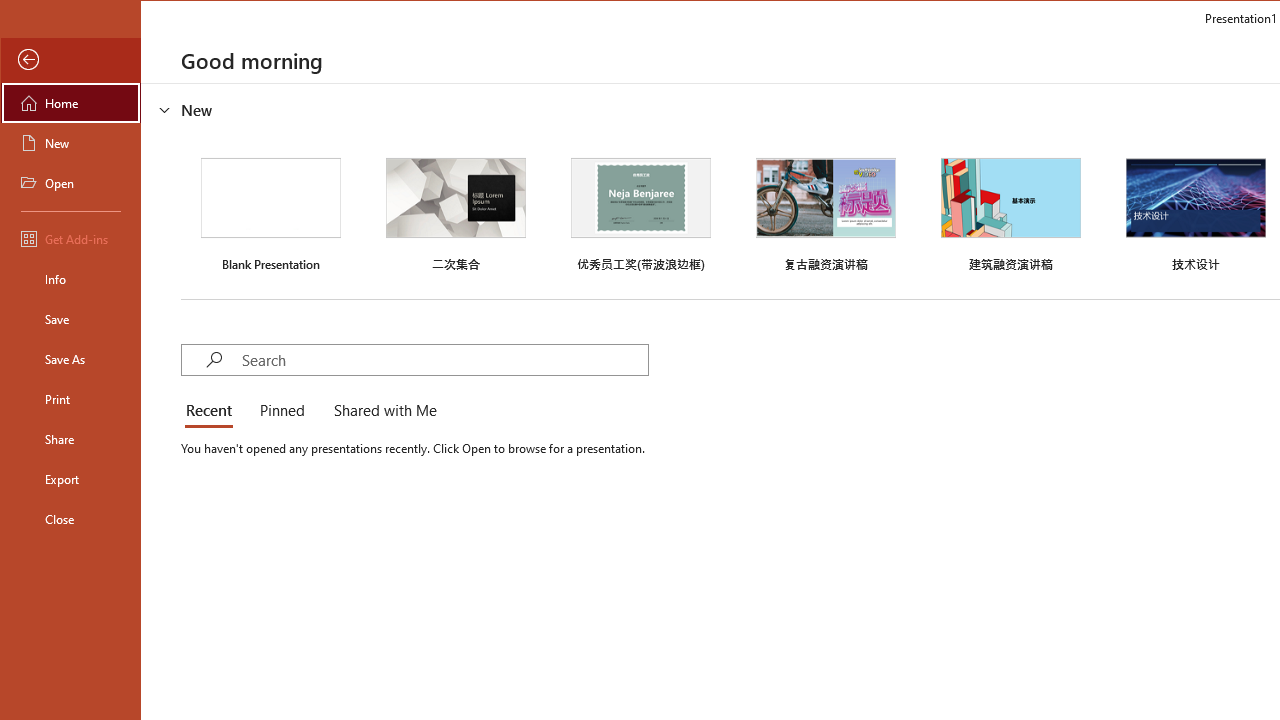 Image resolution: width=1280 pixels, height=720 pixels. What do you see at coordinates (71, 279) in the screenshot?
I see `'Info'` at bounding box center [71, 279].